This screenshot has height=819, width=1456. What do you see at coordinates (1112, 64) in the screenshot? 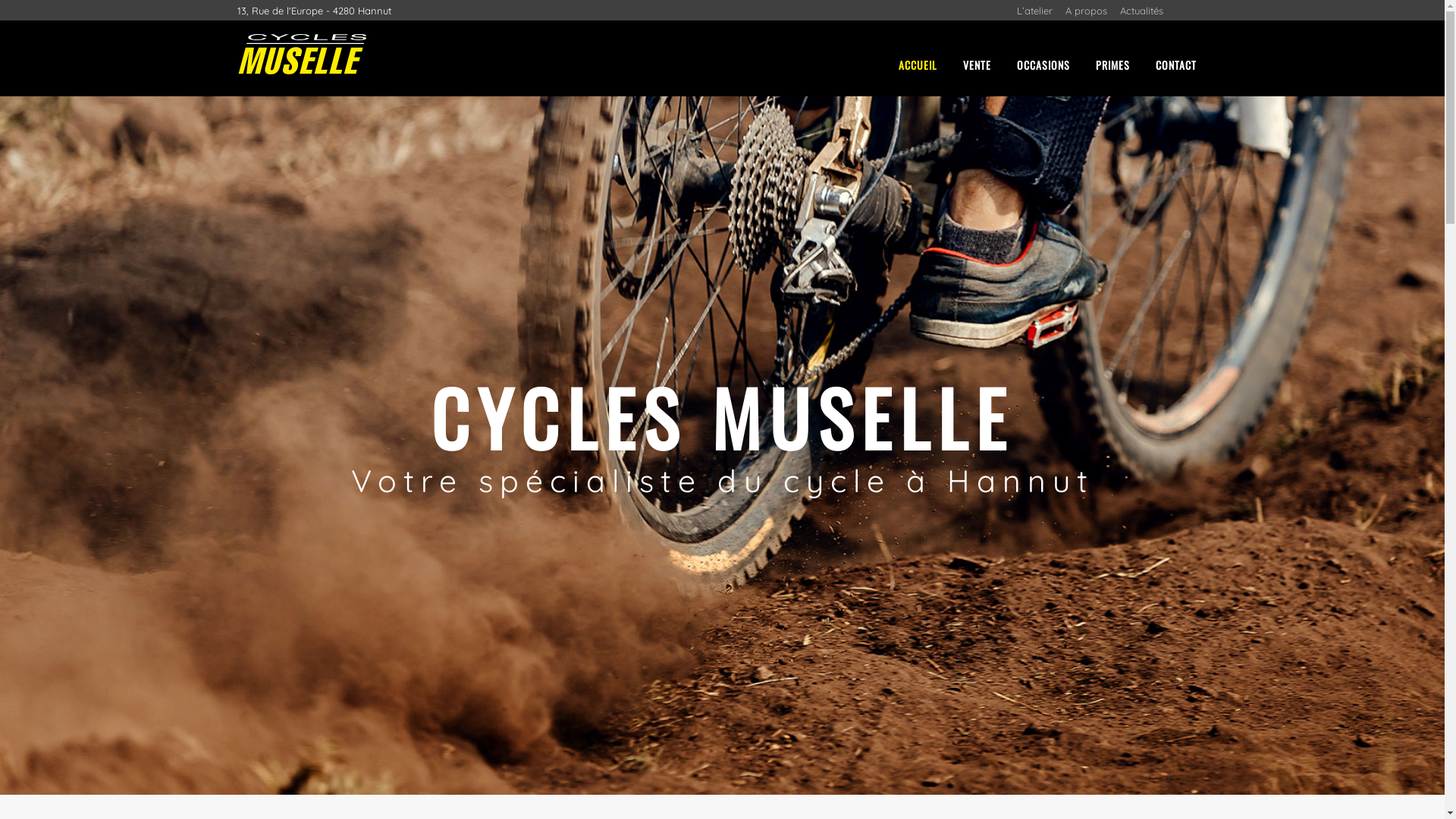
I see `'PRIMES'` at bounding box center [1112, 64].